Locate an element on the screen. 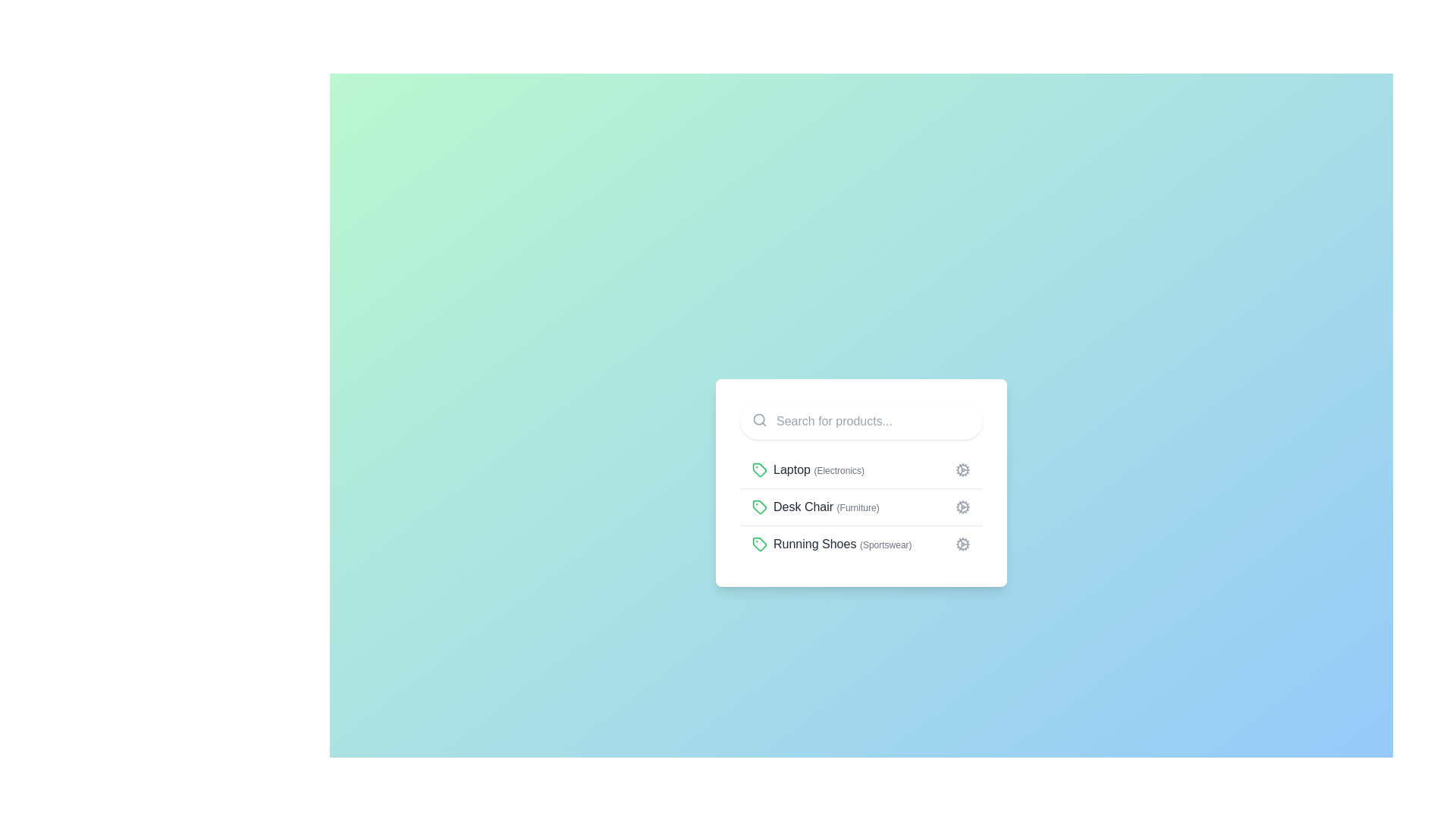 The width and height of the screenshot is (1456, 819). the first list item representing a product category for laptops under electronics is located at coordinates (861, 469).